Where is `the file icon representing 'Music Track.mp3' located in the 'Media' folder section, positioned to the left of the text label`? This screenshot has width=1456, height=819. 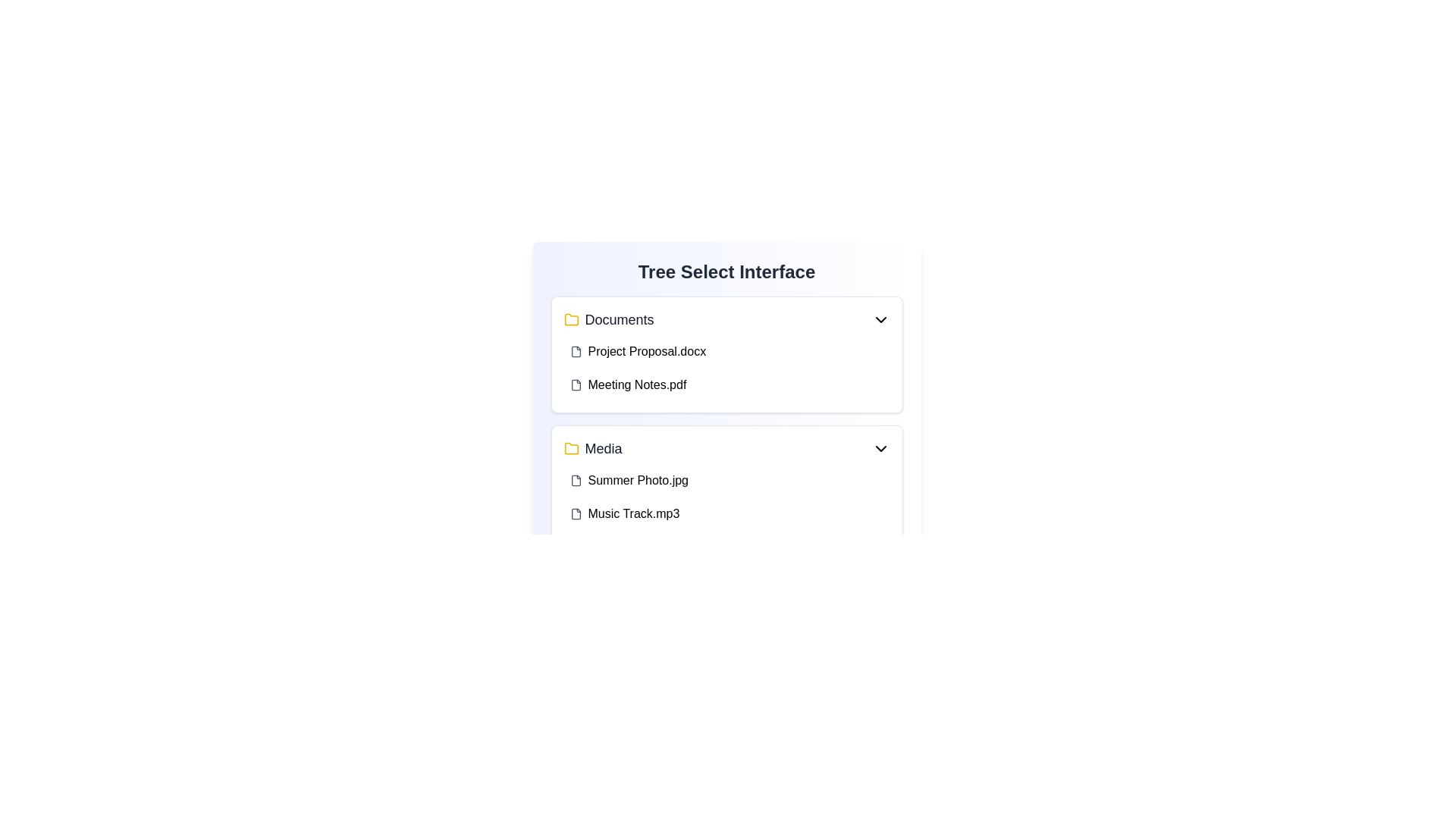
the file icon representing 'Music Track.mp3' located in the 'Media' folder section, positioned to the left of the text label is located at coordinates (575, 513).